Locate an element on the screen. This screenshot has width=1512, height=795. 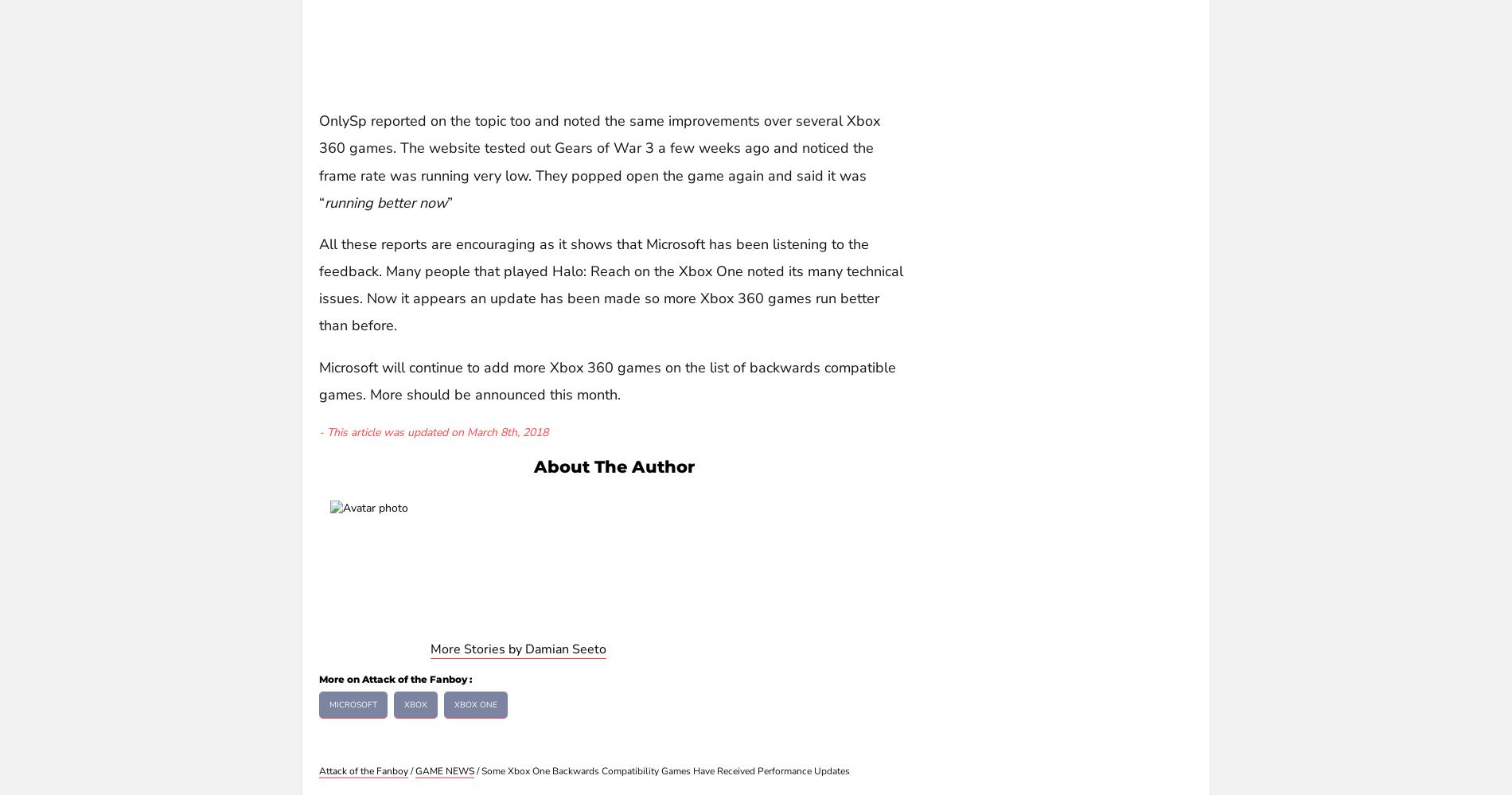
'Xbox One' is located at coordinates (475, 703).